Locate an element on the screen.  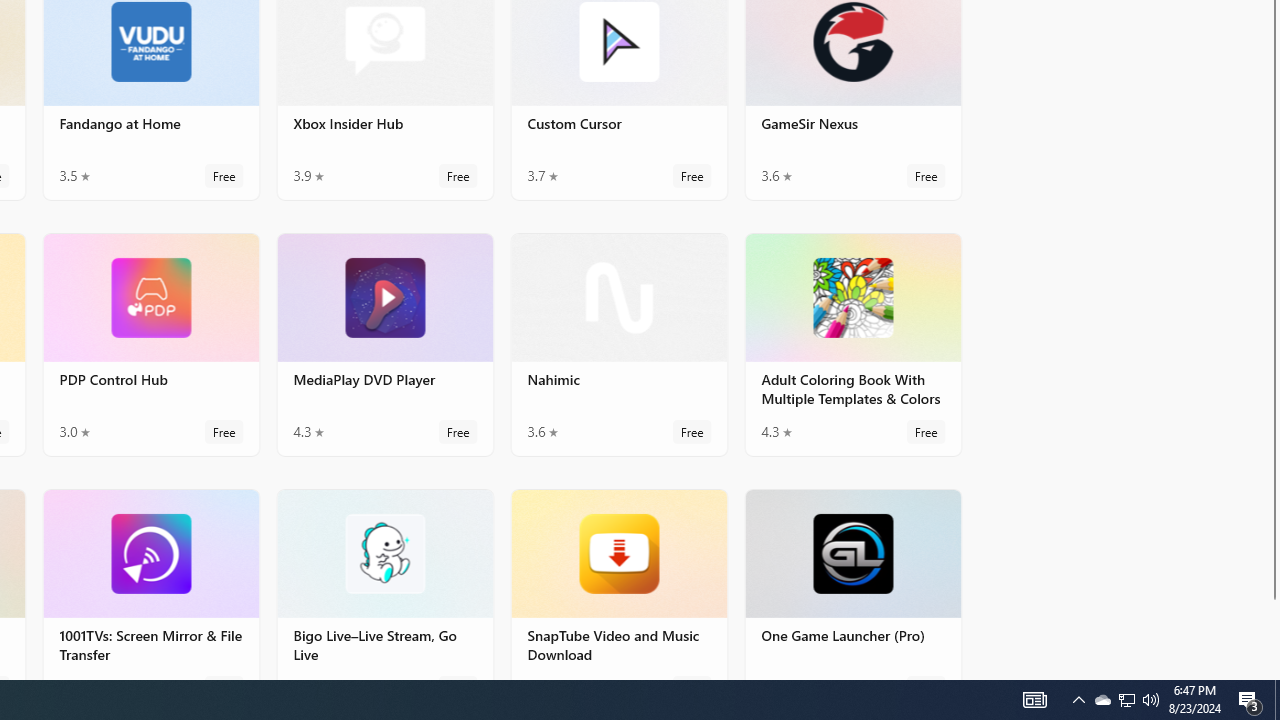
'Nahimic. Average rating of 3.6 out of five stars. Free  ' is located at coordinates (617, 342).